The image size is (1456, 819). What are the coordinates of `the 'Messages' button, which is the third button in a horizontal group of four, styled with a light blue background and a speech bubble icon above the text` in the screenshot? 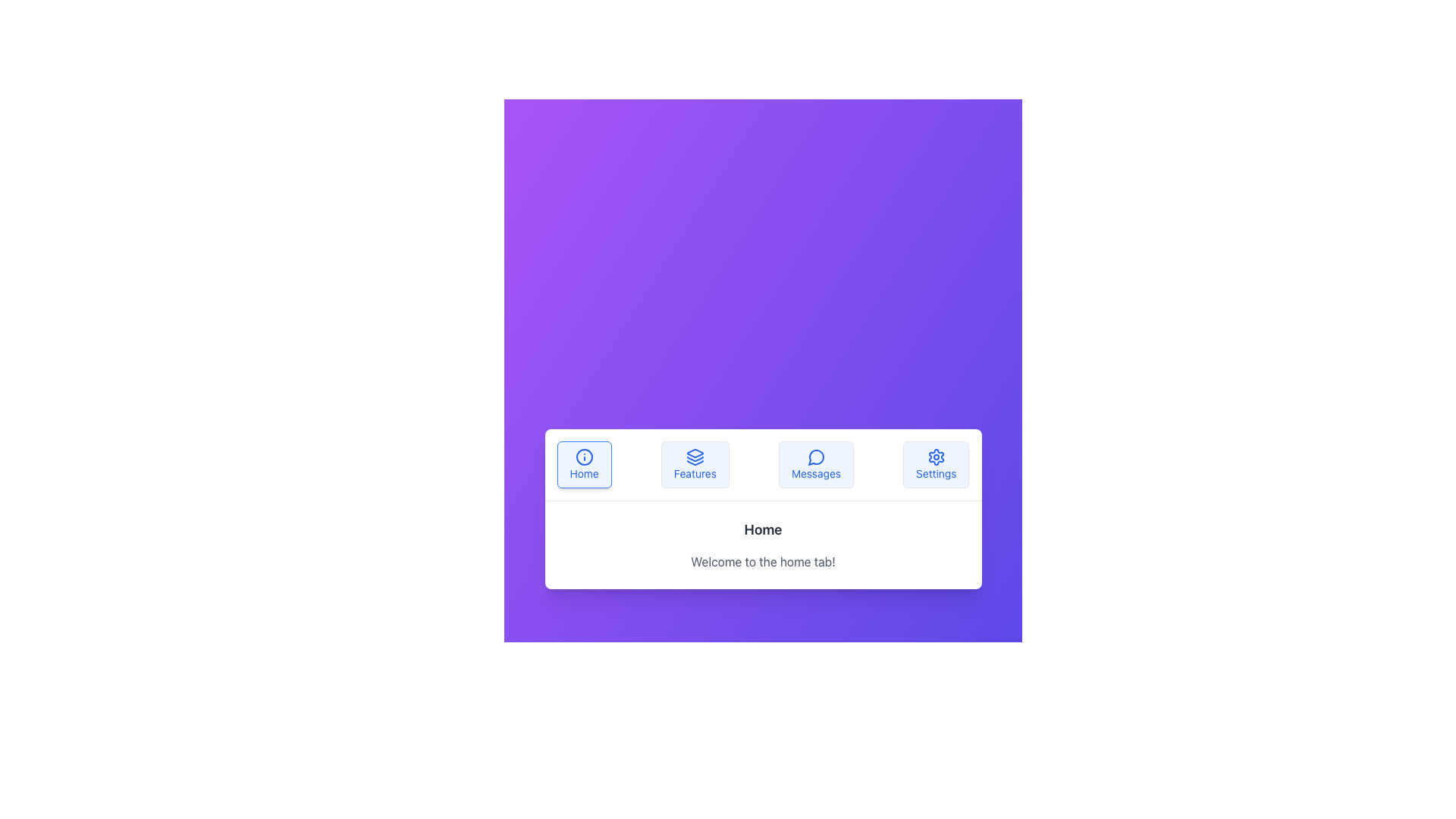 It's located at (815, 463).